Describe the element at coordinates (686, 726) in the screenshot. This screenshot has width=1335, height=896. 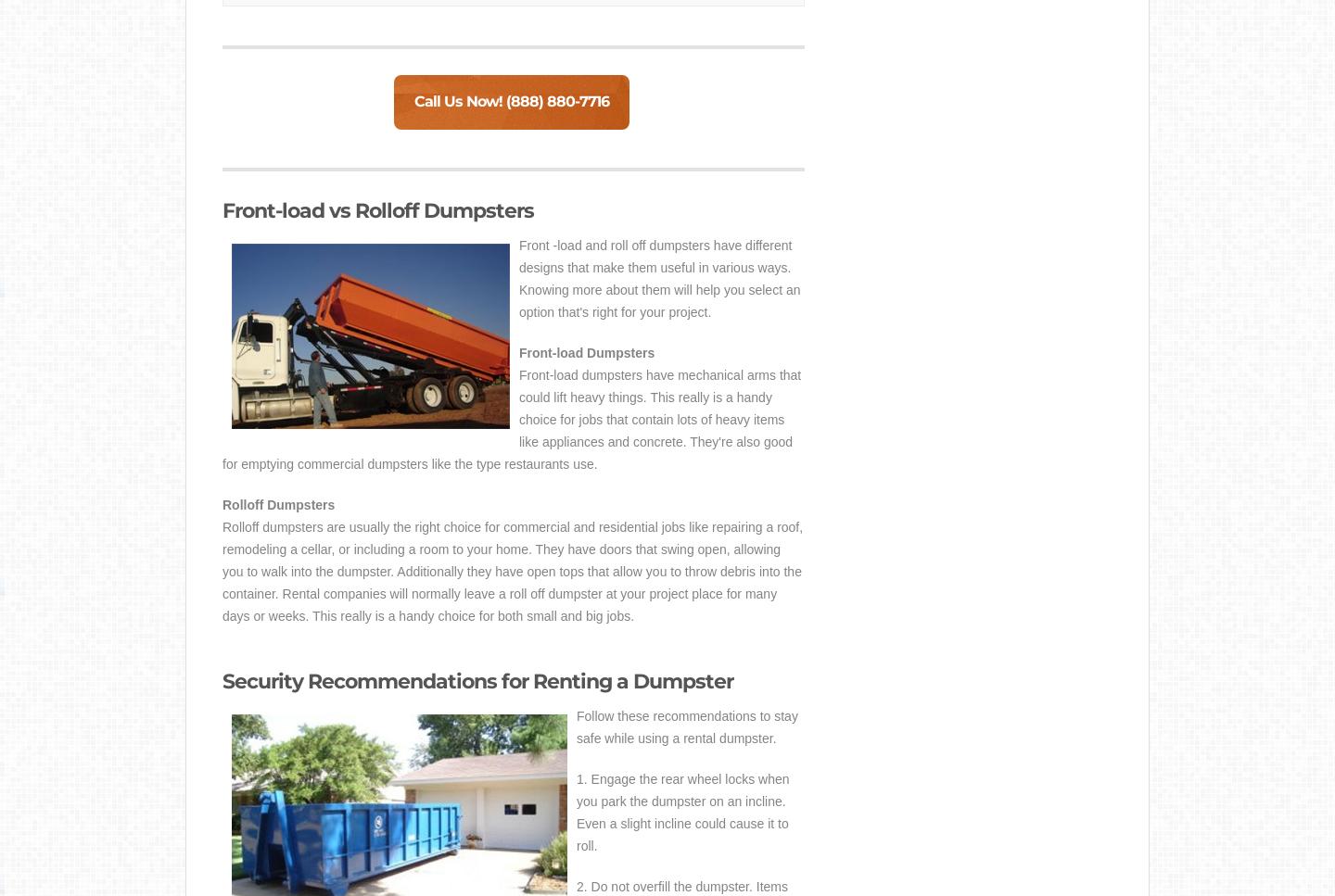
I see `'Follow these recommendations to stay safe while using a rental dumpster.'` at that location.